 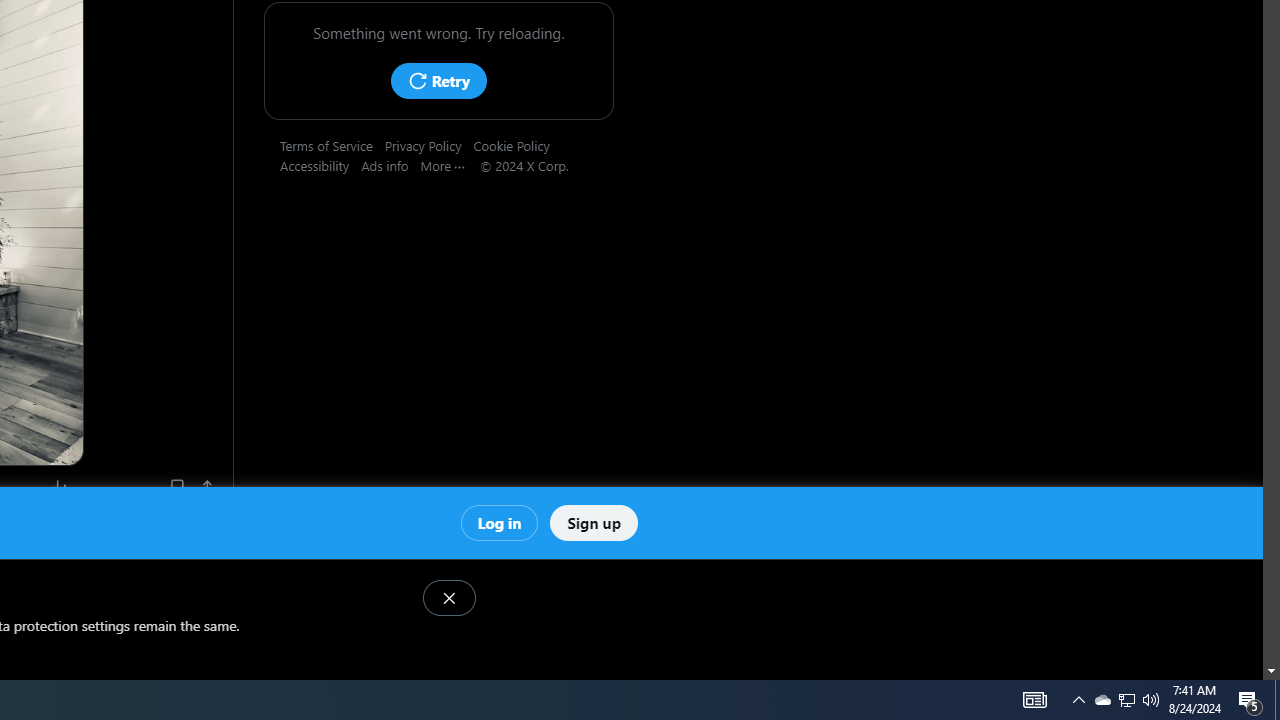 What do you see at coordinates (208, 487) in the screenshot?
I see `'Share post'` at bounding box center [208, 487].